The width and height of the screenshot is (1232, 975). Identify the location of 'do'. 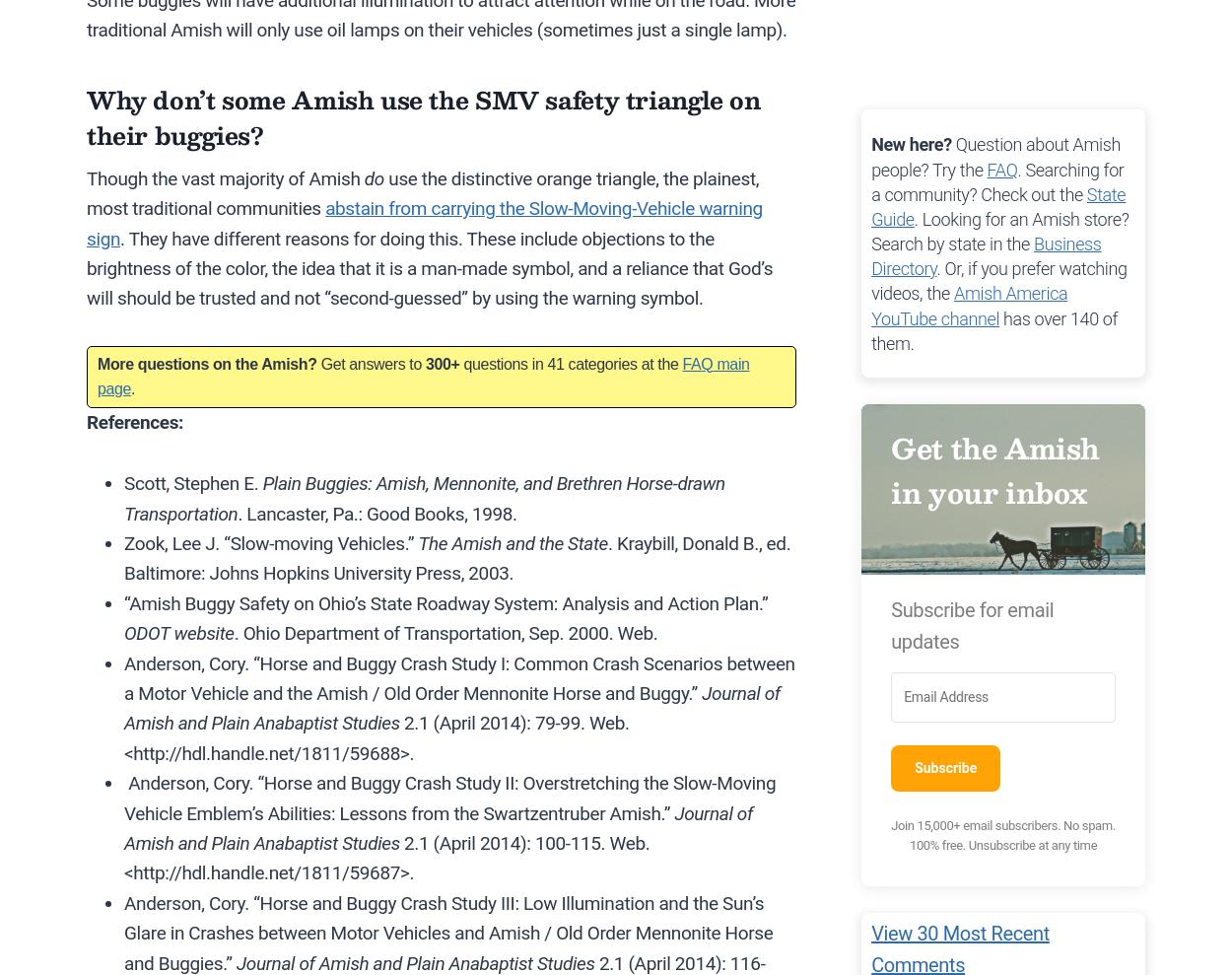
(374, 177).